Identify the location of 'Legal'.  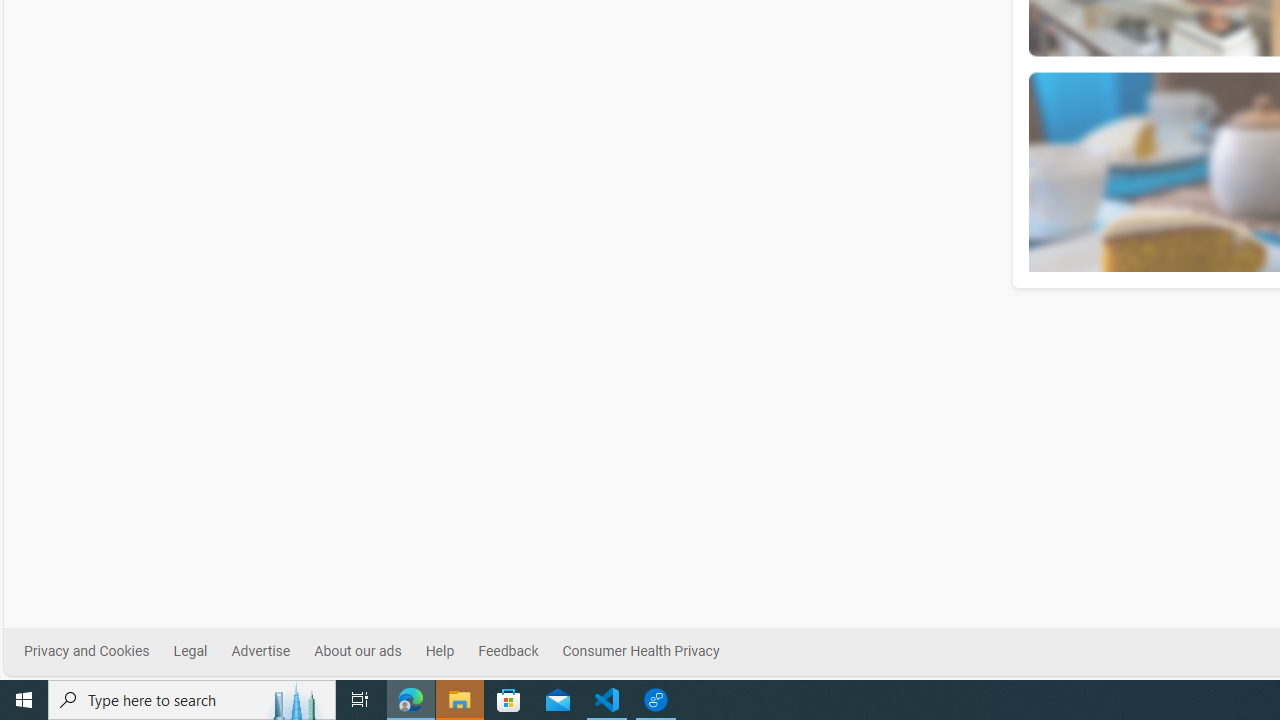
(202, 651).